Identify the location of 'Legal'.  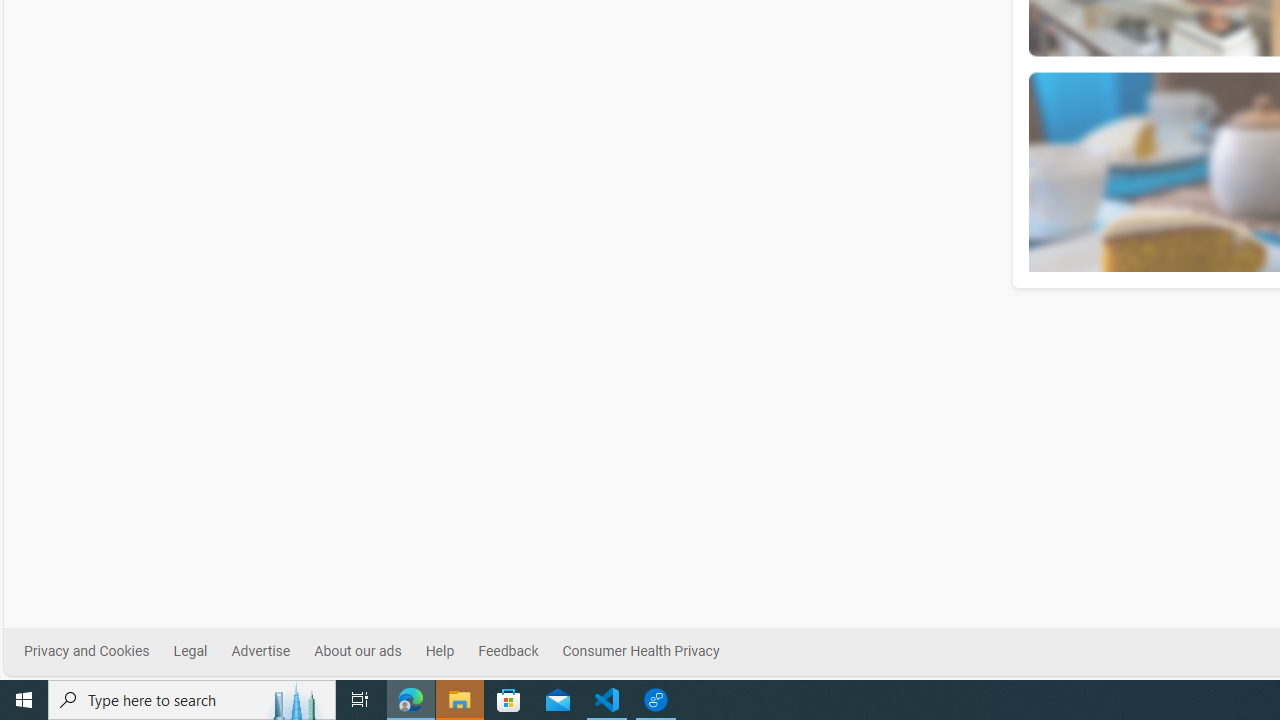
(202, 651).